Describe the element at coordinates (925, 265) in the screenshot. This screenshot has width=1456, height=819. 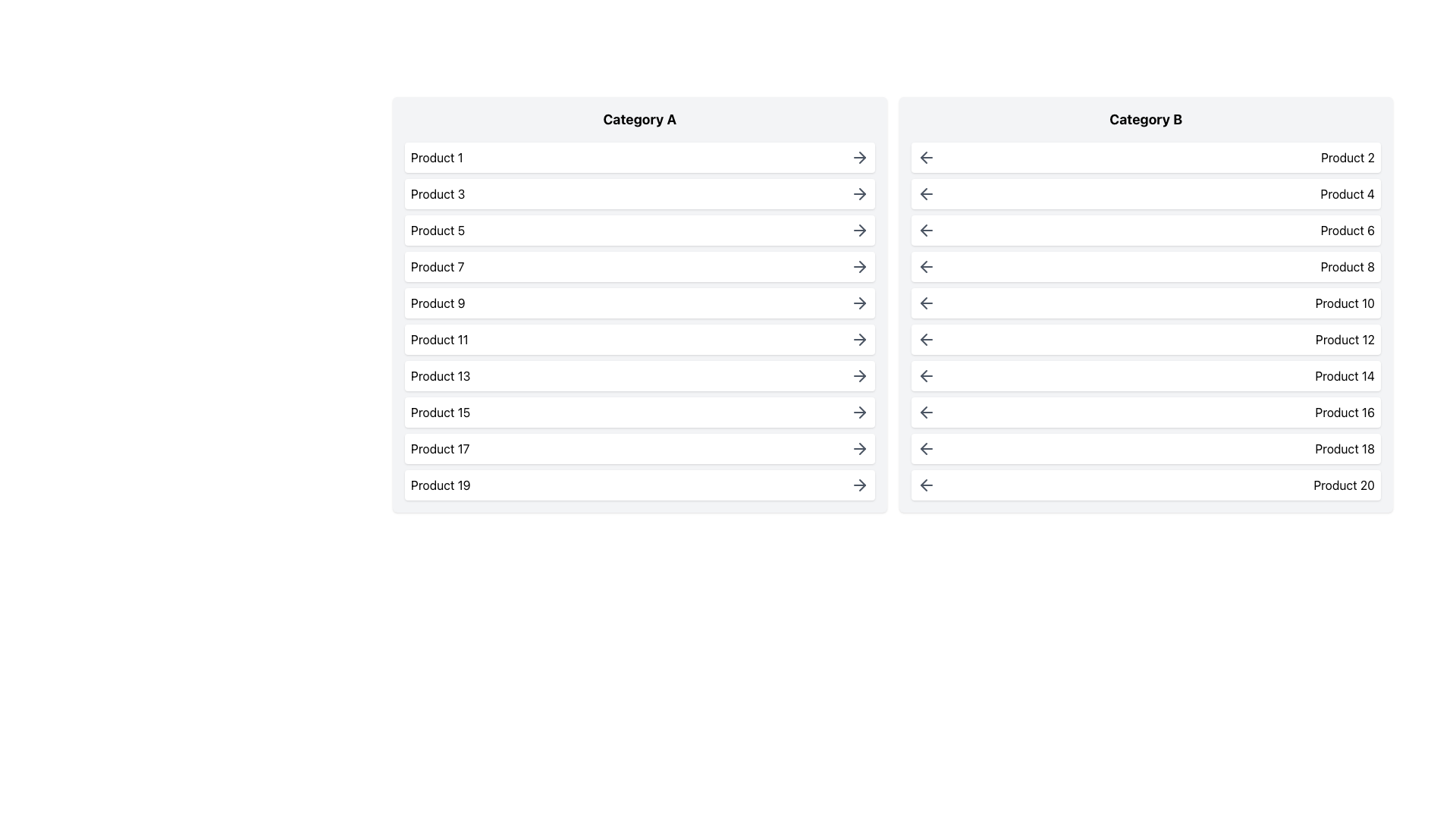
I see `the left-pointing arrow button styled with gray color in the 'Product 8' row` at that location.